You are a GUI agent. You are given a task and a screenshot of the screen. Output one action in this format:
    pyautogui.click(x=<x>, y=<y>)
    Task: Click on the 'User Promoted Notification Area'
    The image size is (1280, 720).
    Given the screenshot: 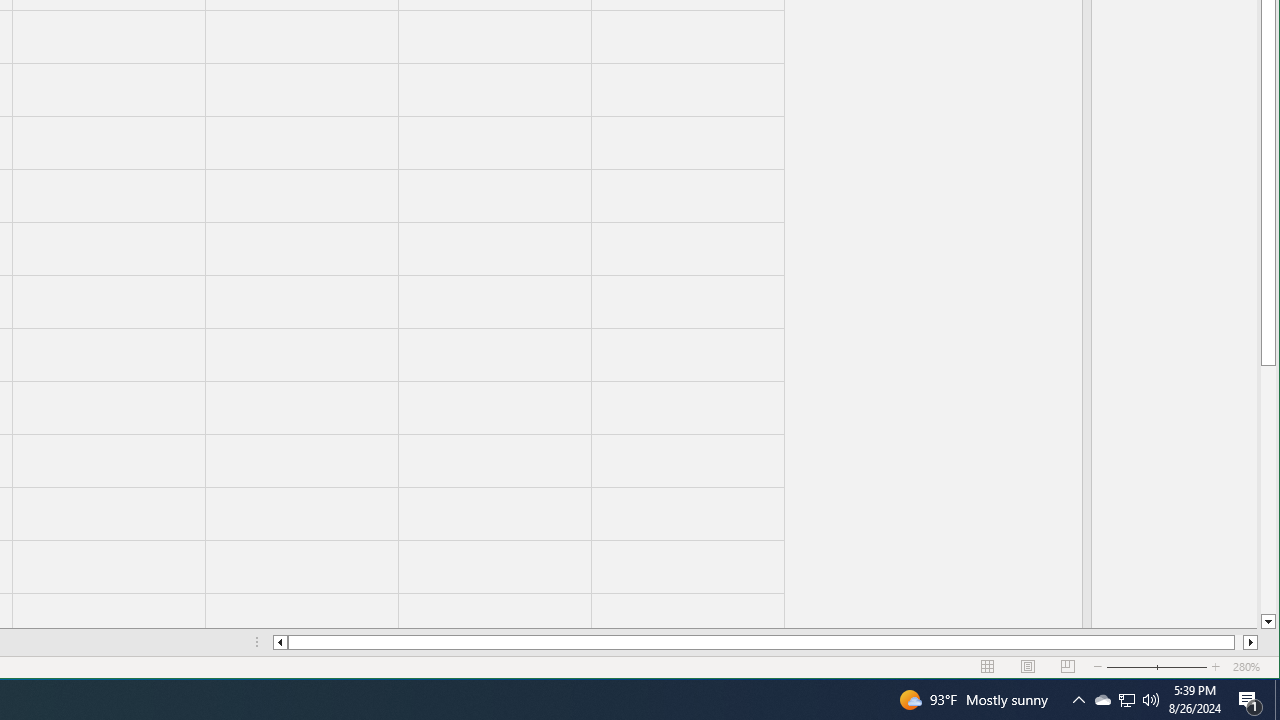 What is the action you would take?
    pyautogui.click(x=1151, y=698)
    